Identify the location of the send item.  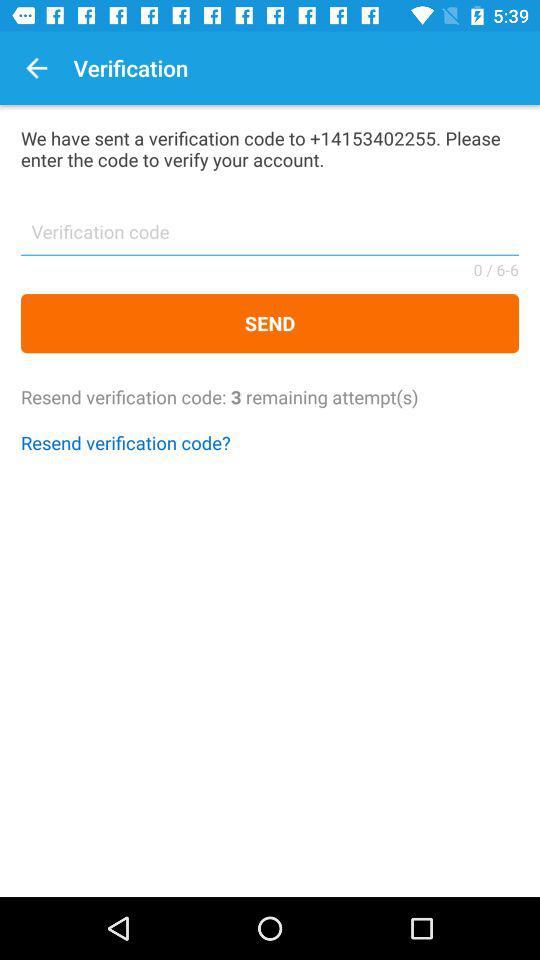
(270, 323).